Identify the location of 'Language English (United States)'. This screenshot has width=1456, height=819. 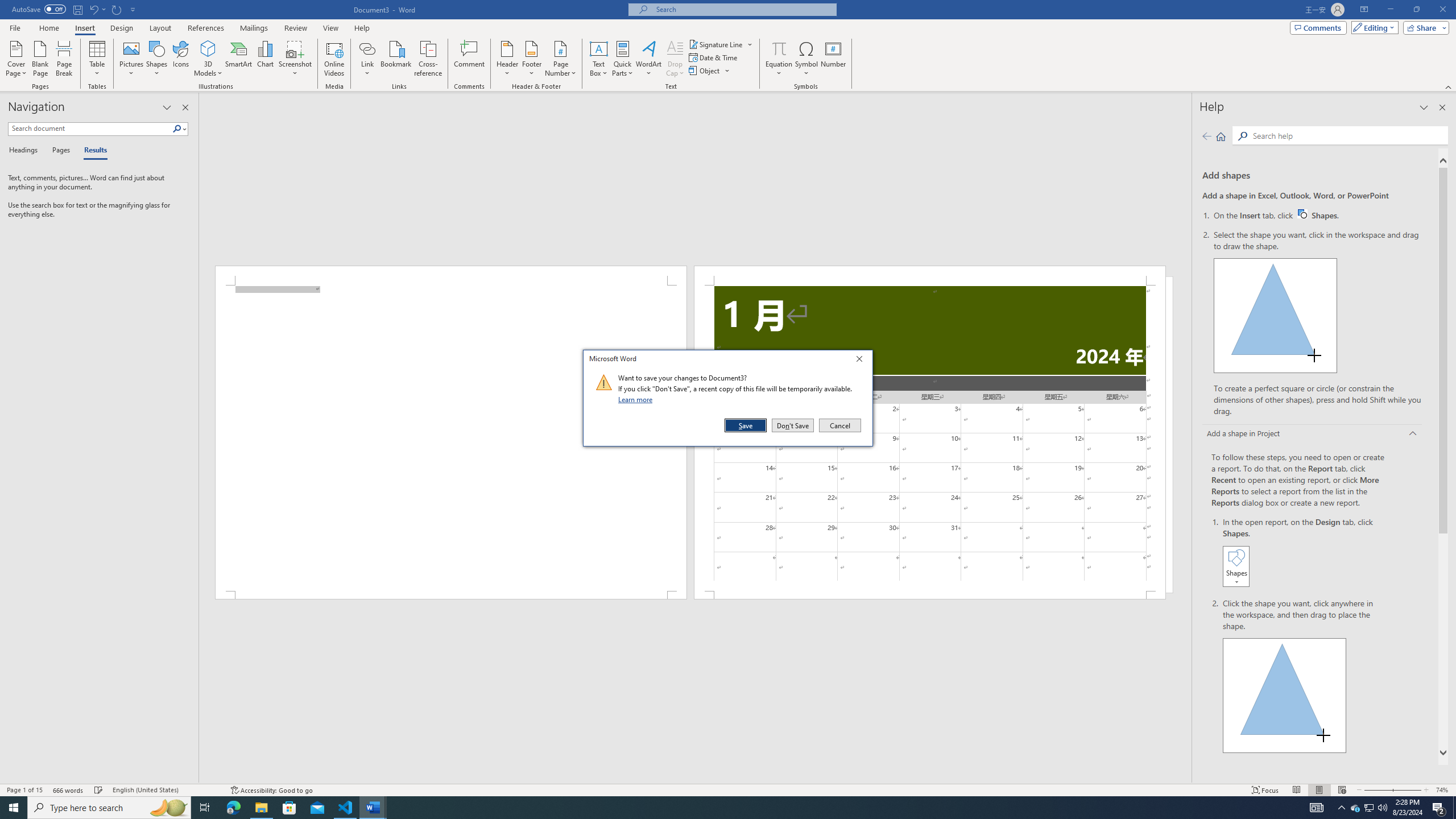
(165, 790).